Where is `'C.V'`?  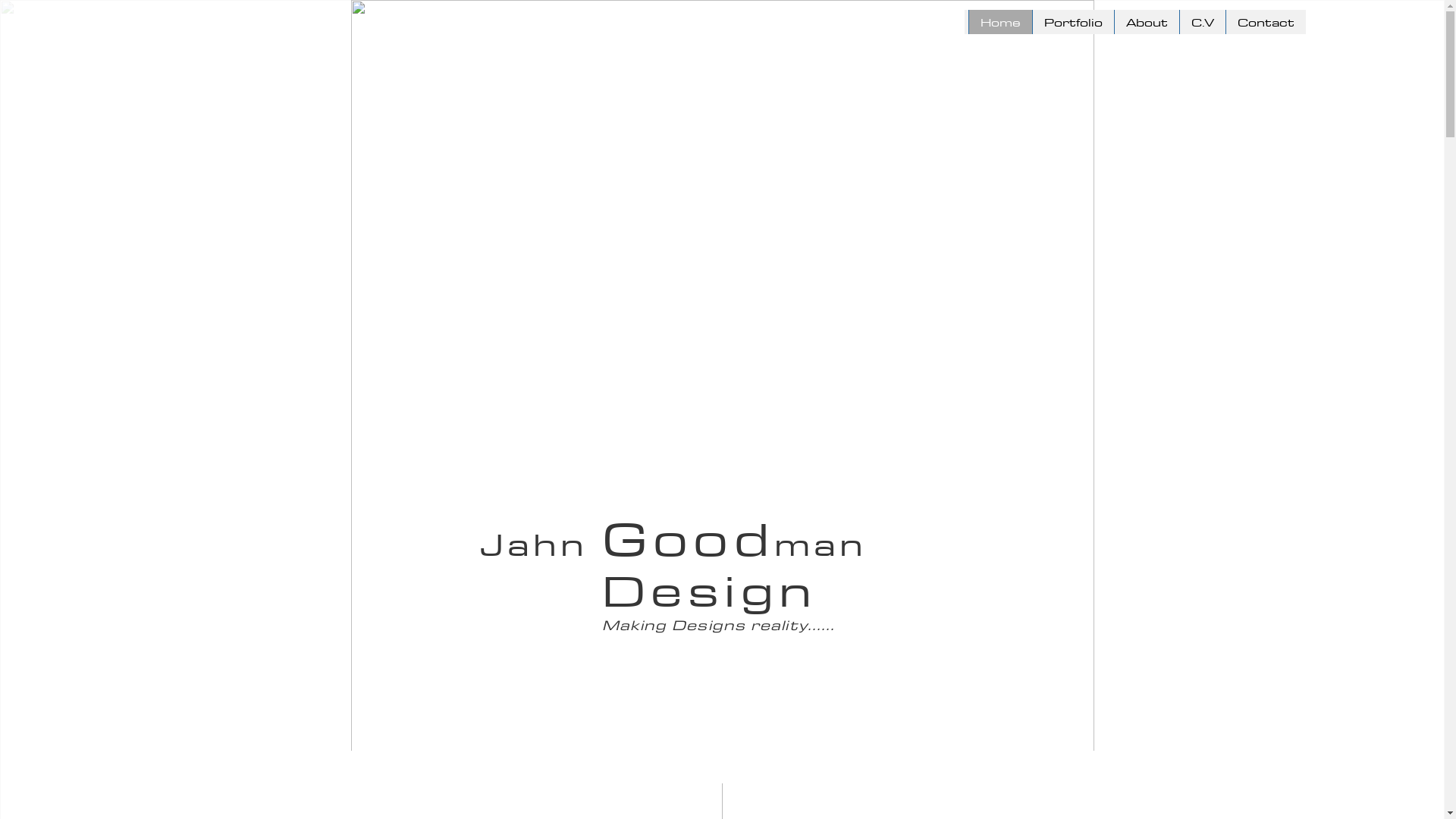
'C.V' is located at coordinates (1200, 22).